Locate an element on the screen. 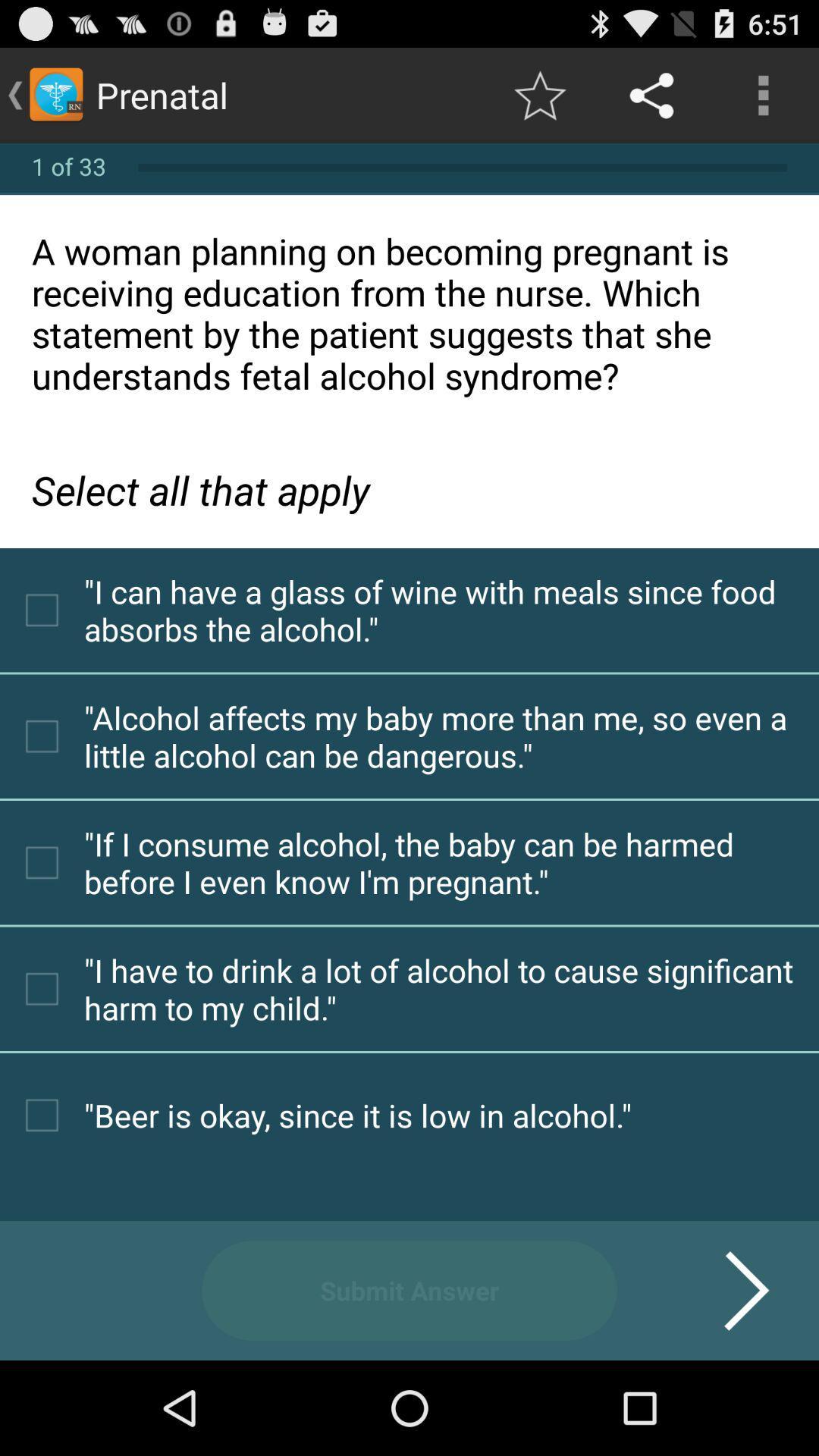  the item at the bottom right corner is located at coordinates (727, 1290).